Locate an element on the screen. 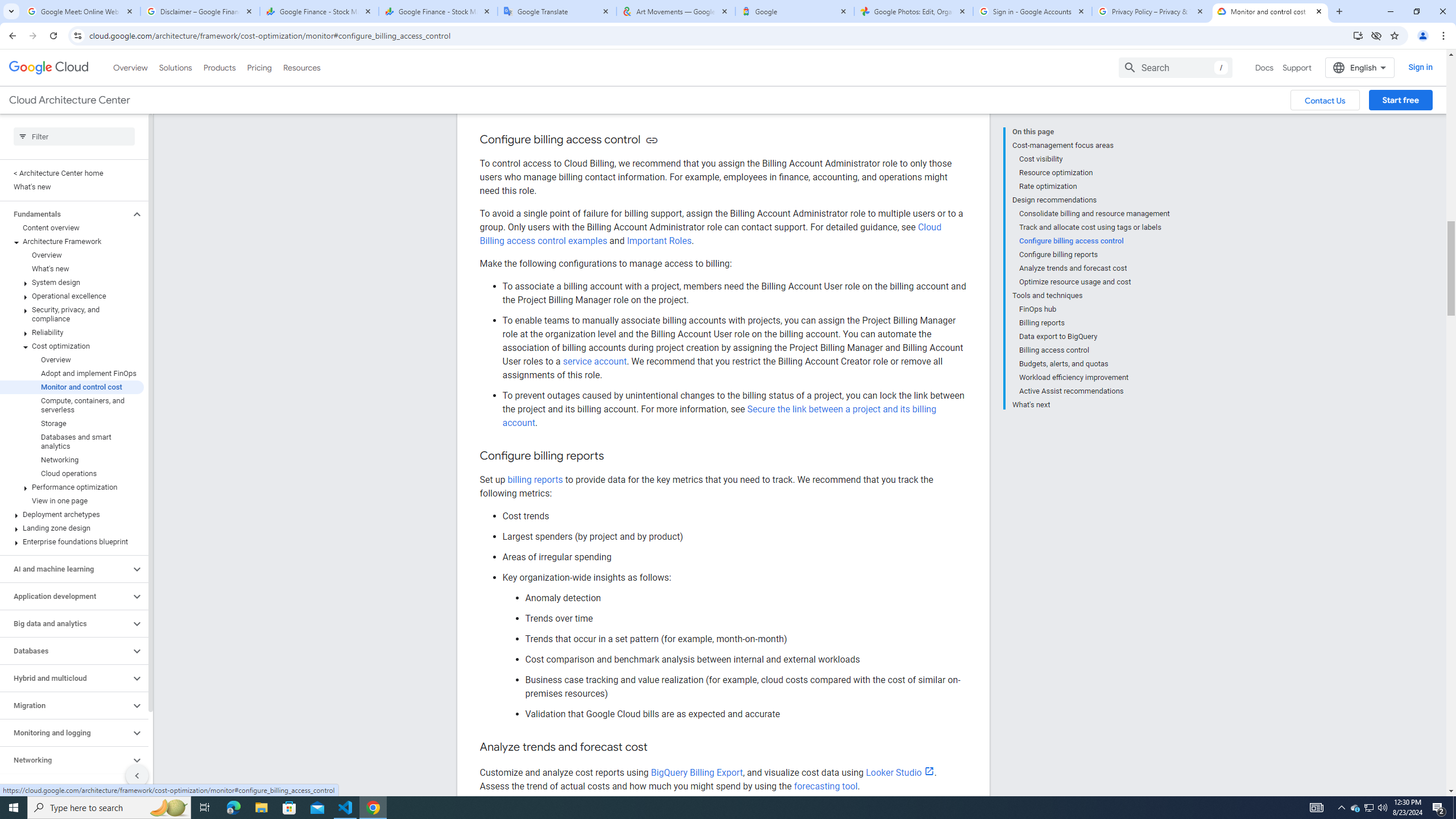  'Monitor and control cost' is located at coordinates (72, 387).